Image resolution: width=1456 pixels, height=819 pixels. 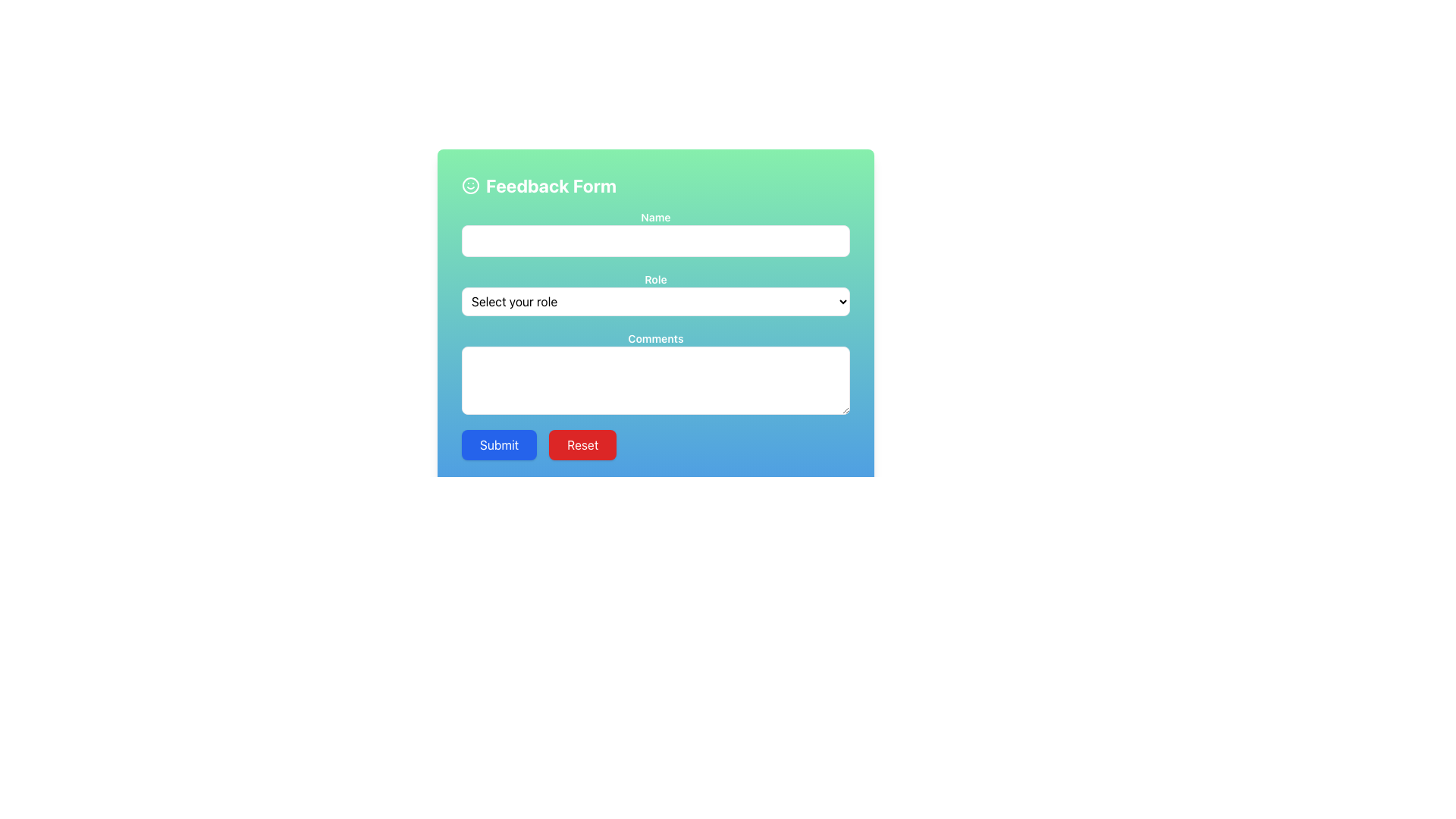 What do you see at coordinates (655, 217) in the screenshot?
I see `the 'Name' text label, which is bold and white, positioned against a green gradient background, and located above a text input box` at bounding box center [655, 217].